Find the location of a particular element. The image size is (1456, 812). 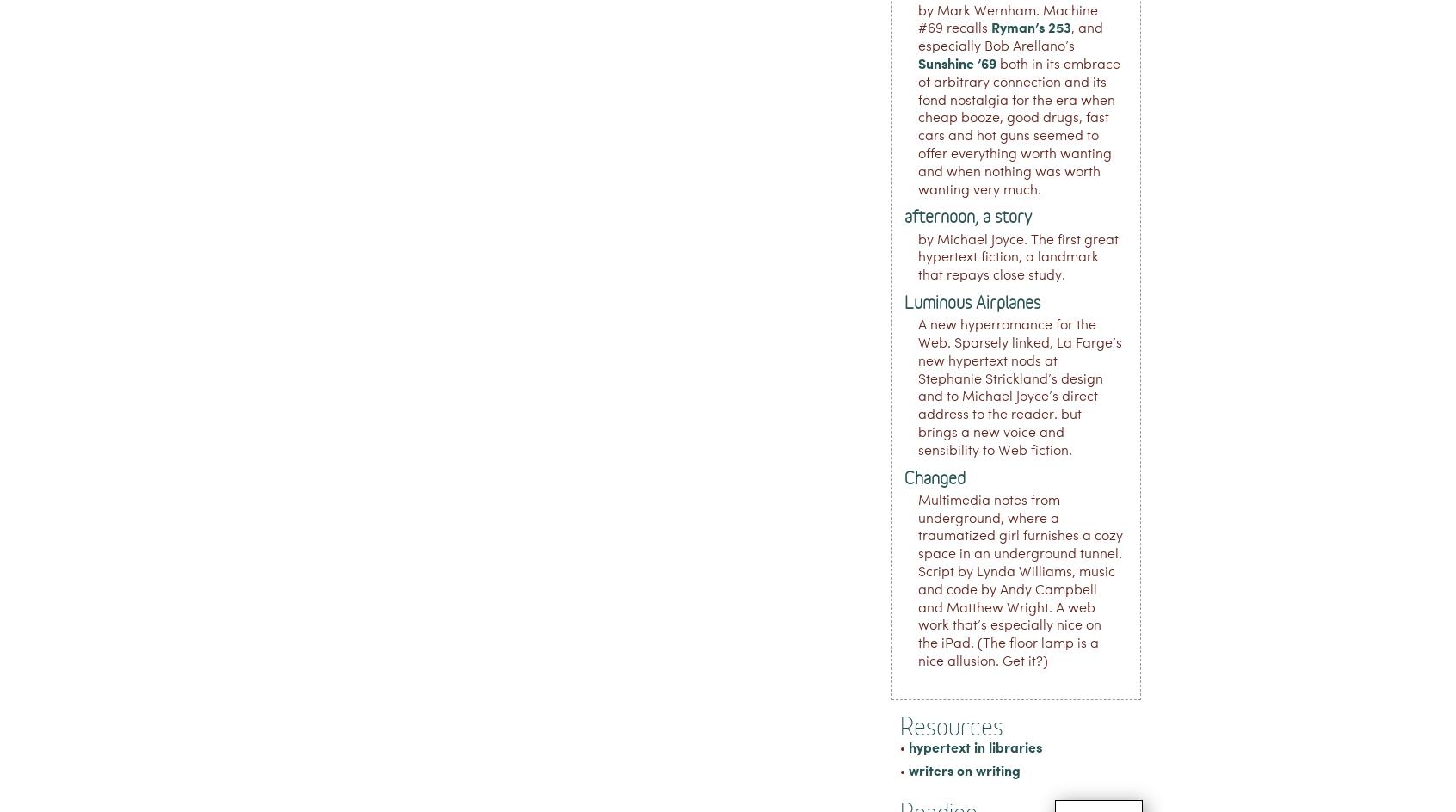

'both in its embrace of arbitrary connection and its fond nostalgia for the era when cheap booze,  good drugs, fast cars and hot guns seemed to offer everything worth wanting and when nothing was worth wanting very much.' is located at coordinates (1018, 127).